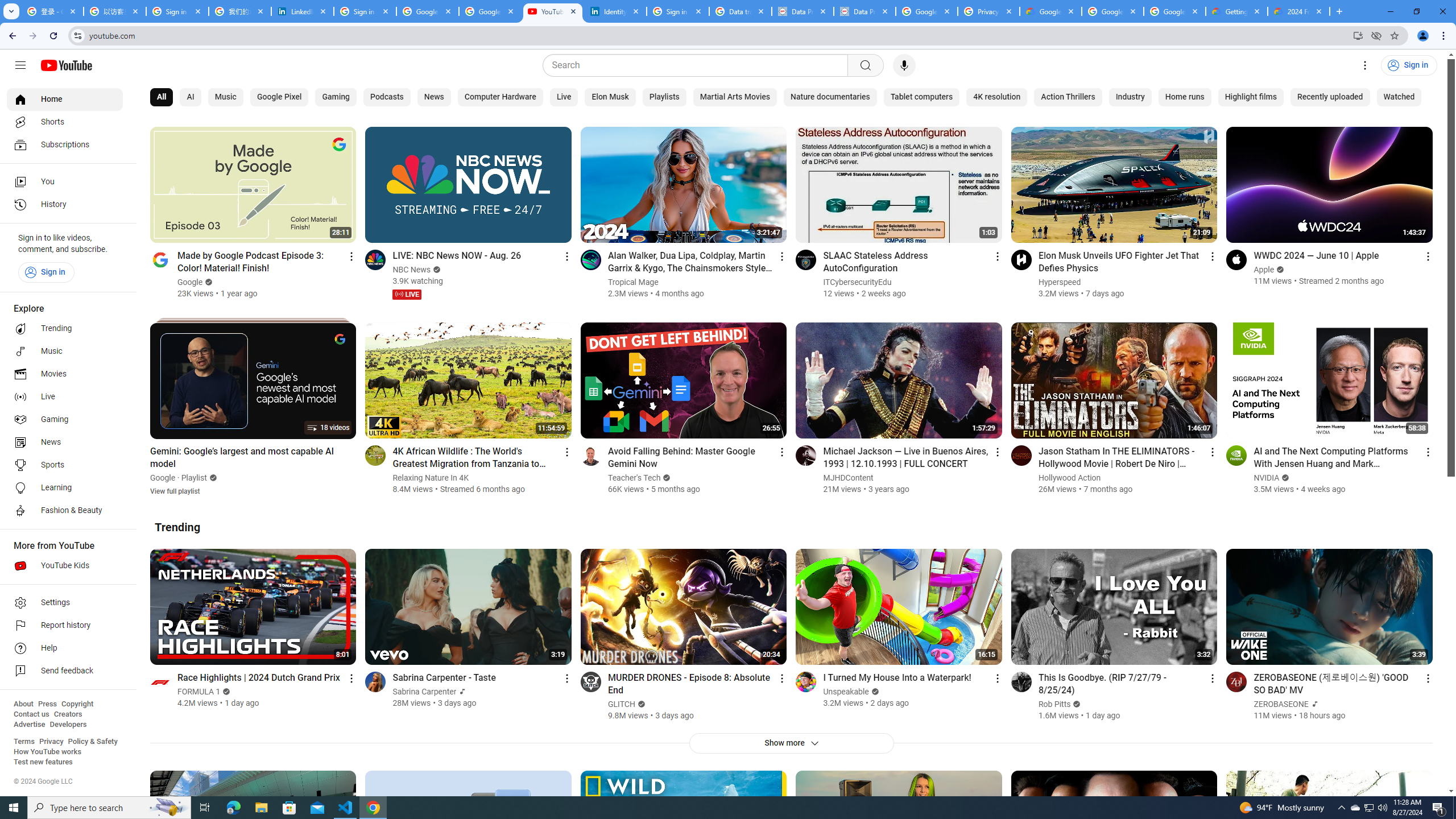 This screenshot has height=819, width=1456. What do you see at coordinates (387, 97) in the screenshot?
I see `'Podcasts'` at bounding box center [387, 97].